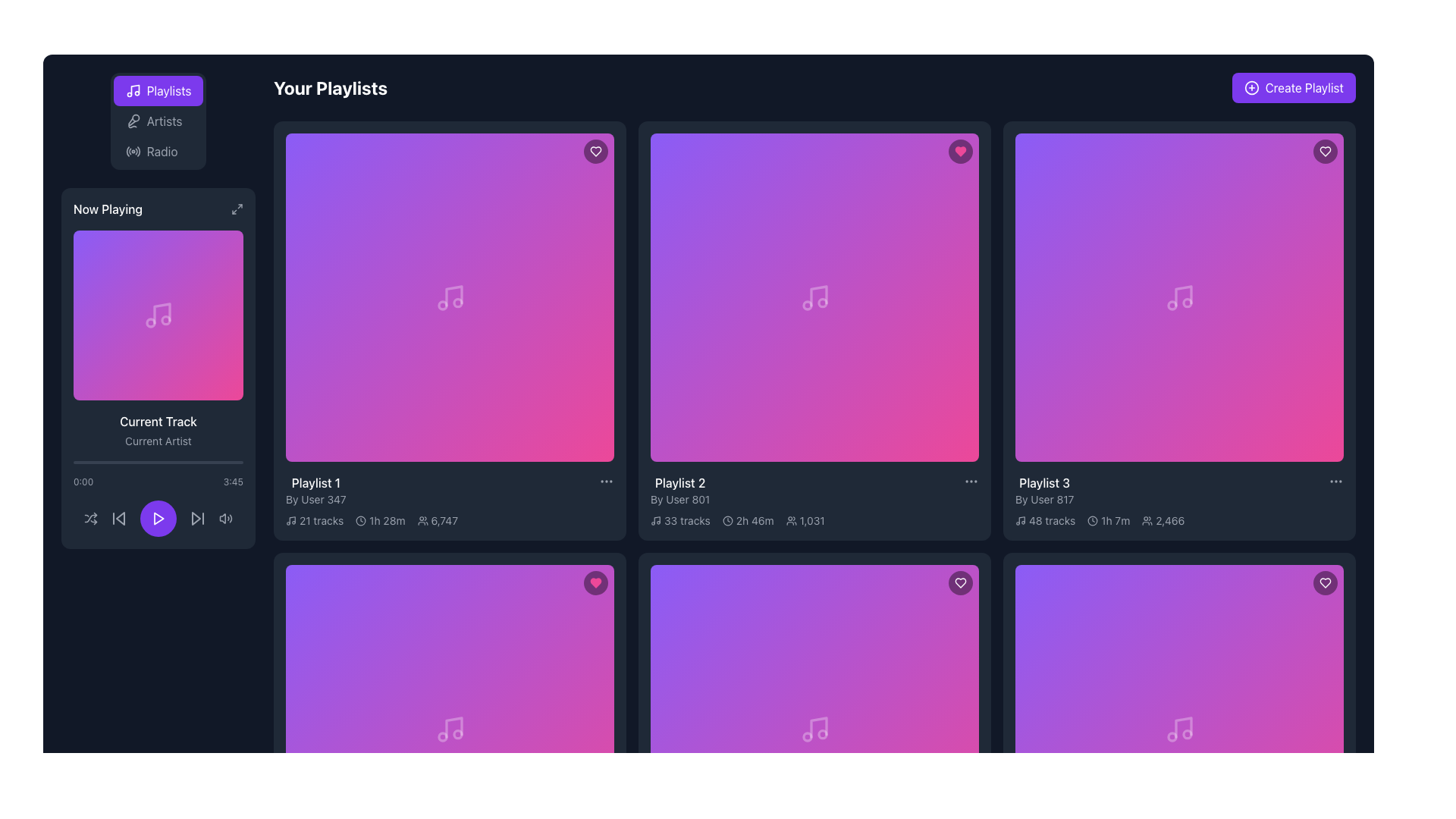 The width and height of the screenshot is (1456, 819). Describe the element at coordinates (291, 519) in the screenshot. I see `the music playlist icon located to the left of the '21 tracks' text in the first playlist card of the main content area` at that location.